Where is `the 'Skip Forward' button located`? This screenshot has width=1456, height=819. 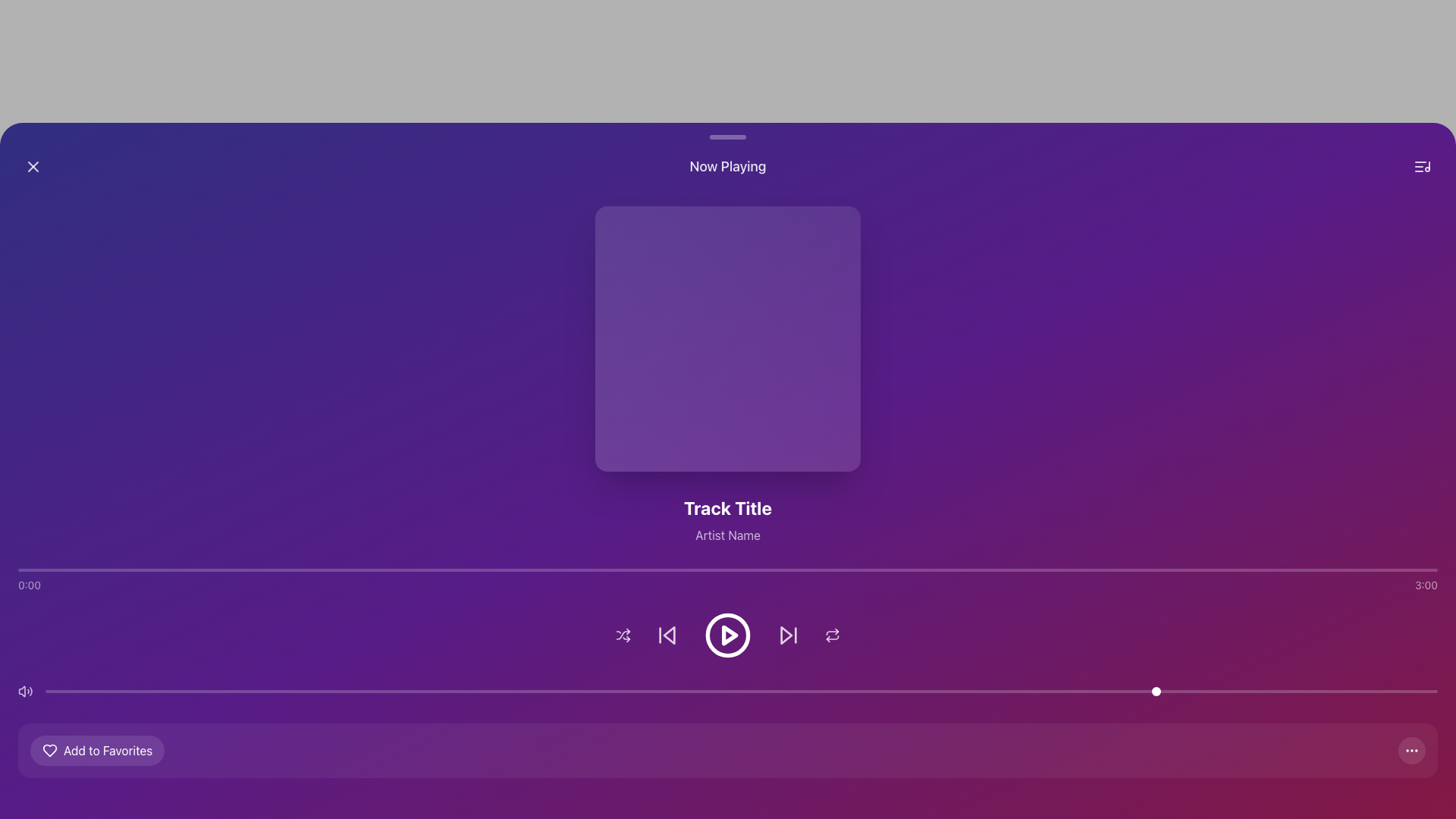
the 'Skip Forward' button located is located at coordinates (789, 635).